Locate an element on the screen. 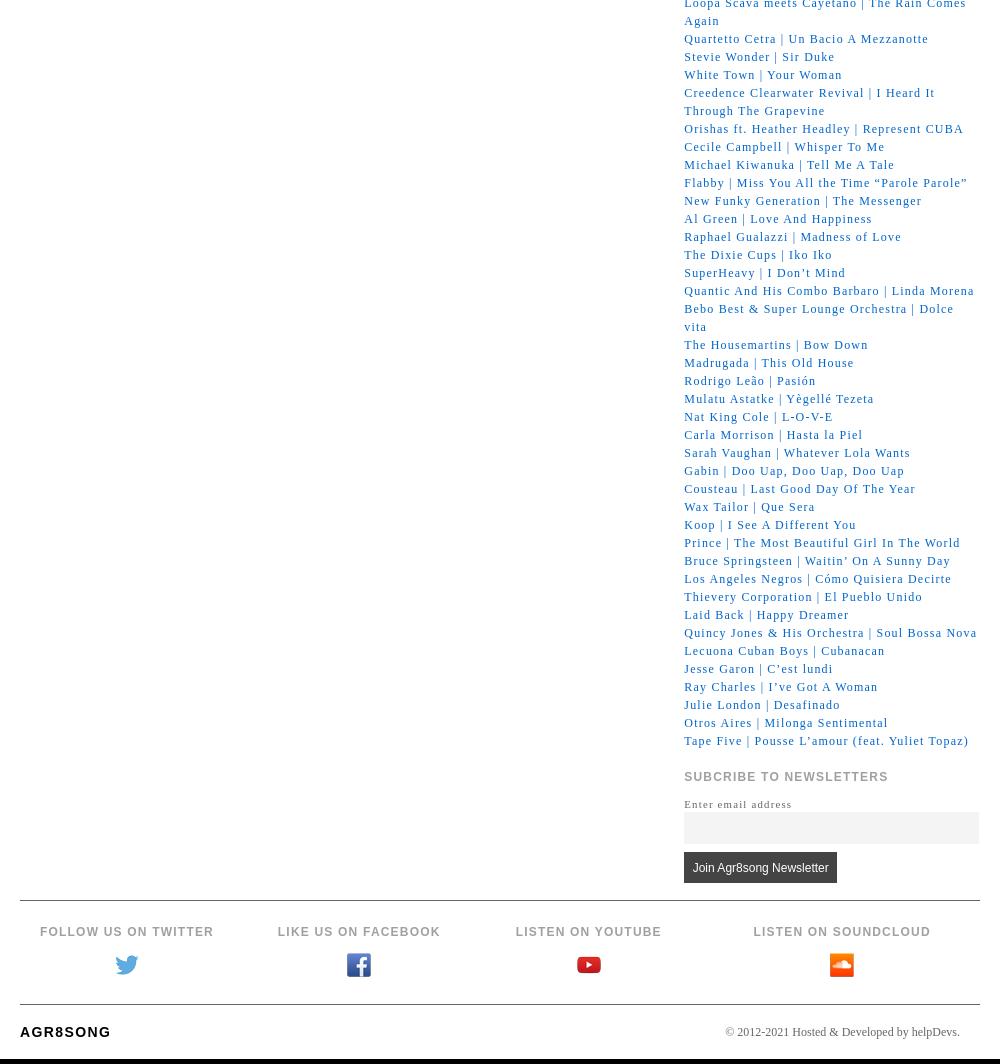 Image resolution: width=1000 pixels, height=1064 pixels. 'Otros Aires | Milonga Sentimental' is located at coordinates (786, 722).